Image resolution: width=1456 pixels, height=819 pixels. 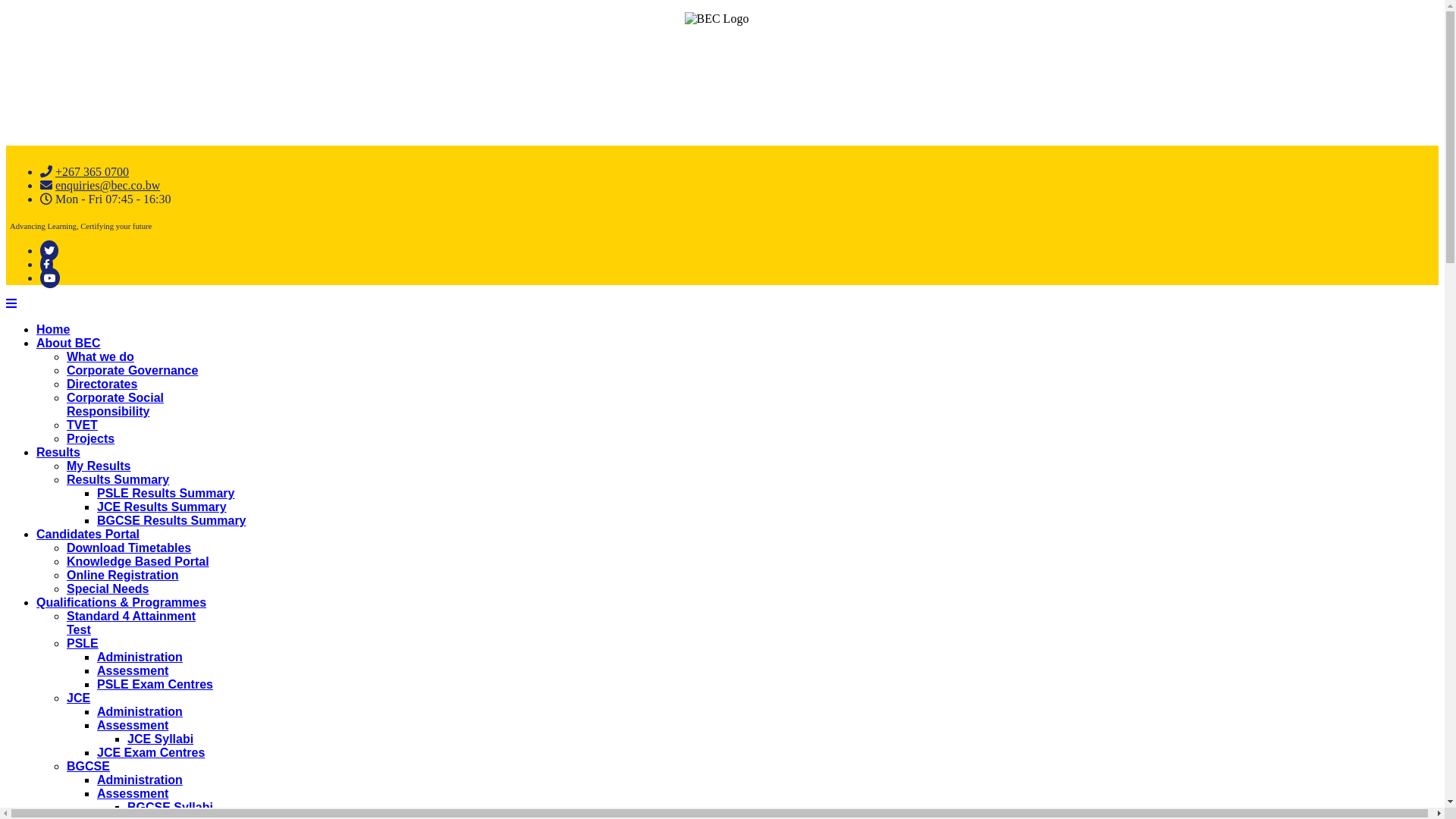 What do you see at coordinates (162, 507) in the screenshot?
I see `'JCE Results Summary'` at bounding box center [162, 507].